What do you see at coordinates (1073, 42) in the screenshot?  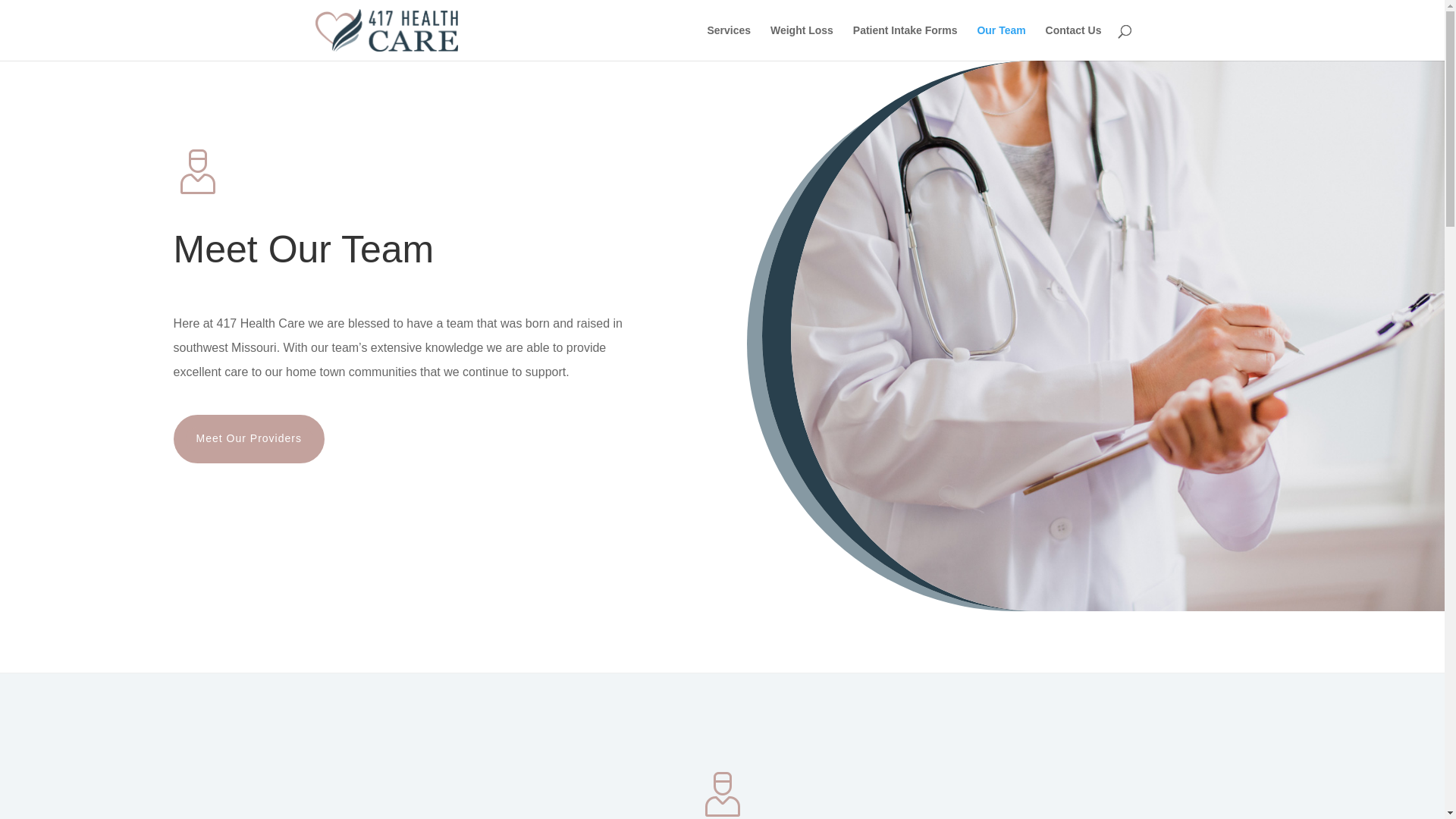 I see `'Contact Us'` at bounding box center [1073, 42].